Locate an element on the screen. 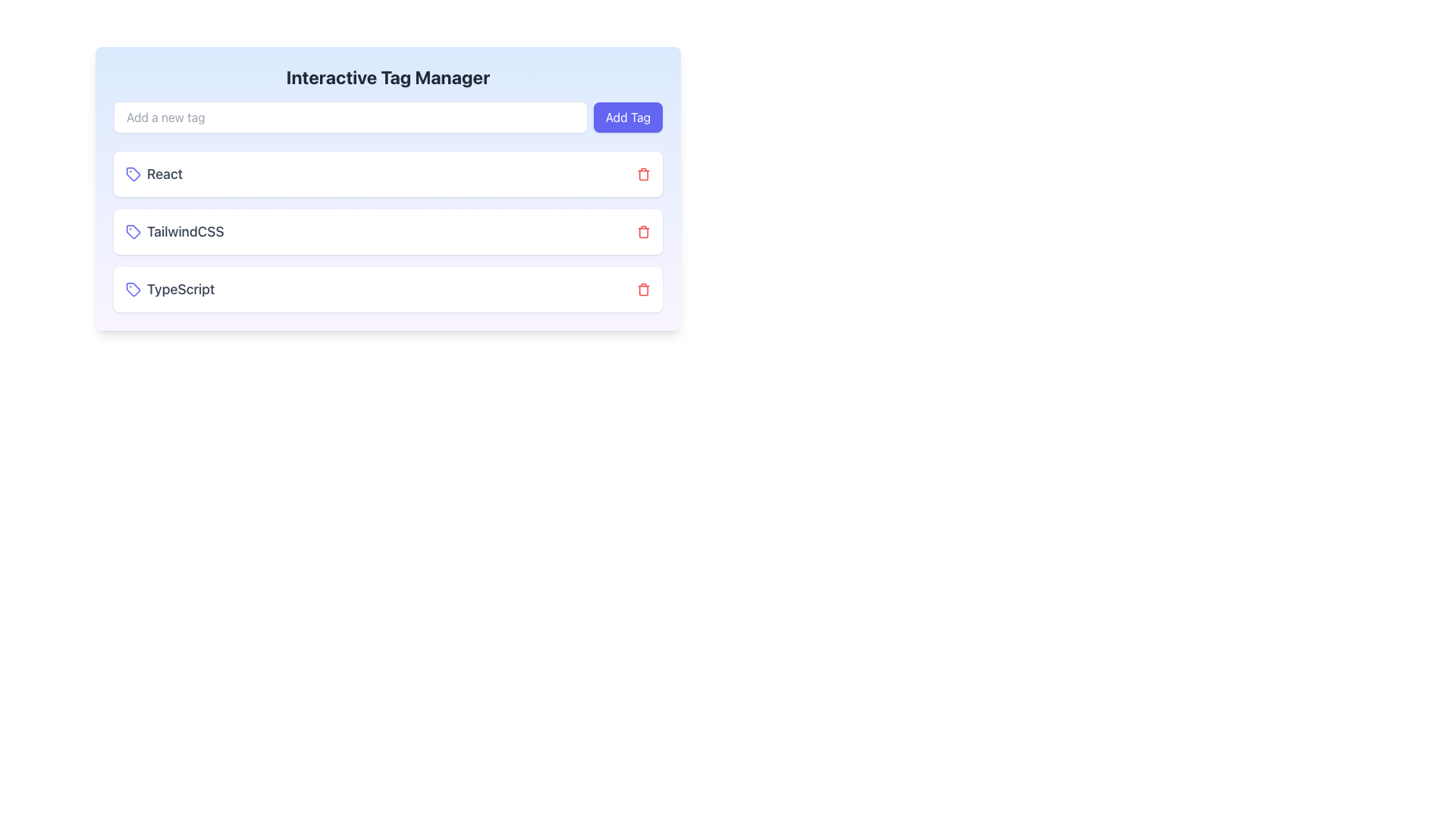 This screenshot has width=1456, height=819. the 'React' tag icon located in the first row of the tags list under the 'Interactive Tag Manager' header is located at coordinates (133, 174).